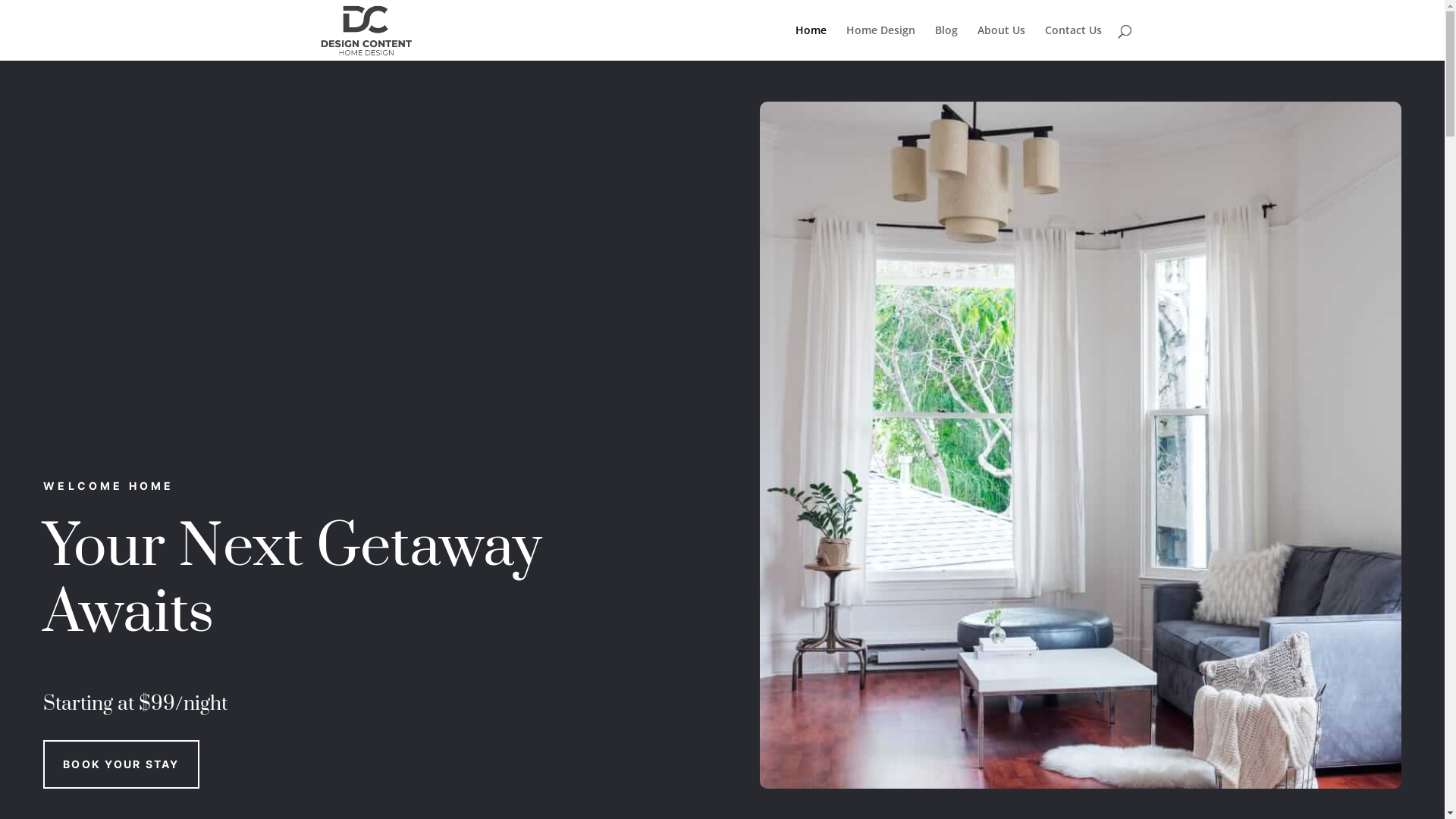 The image size is (1456, 819). What do you see at coordinates (809, 42) in the screenshot?
I see `'Home'` at bounding box center [809, 42].